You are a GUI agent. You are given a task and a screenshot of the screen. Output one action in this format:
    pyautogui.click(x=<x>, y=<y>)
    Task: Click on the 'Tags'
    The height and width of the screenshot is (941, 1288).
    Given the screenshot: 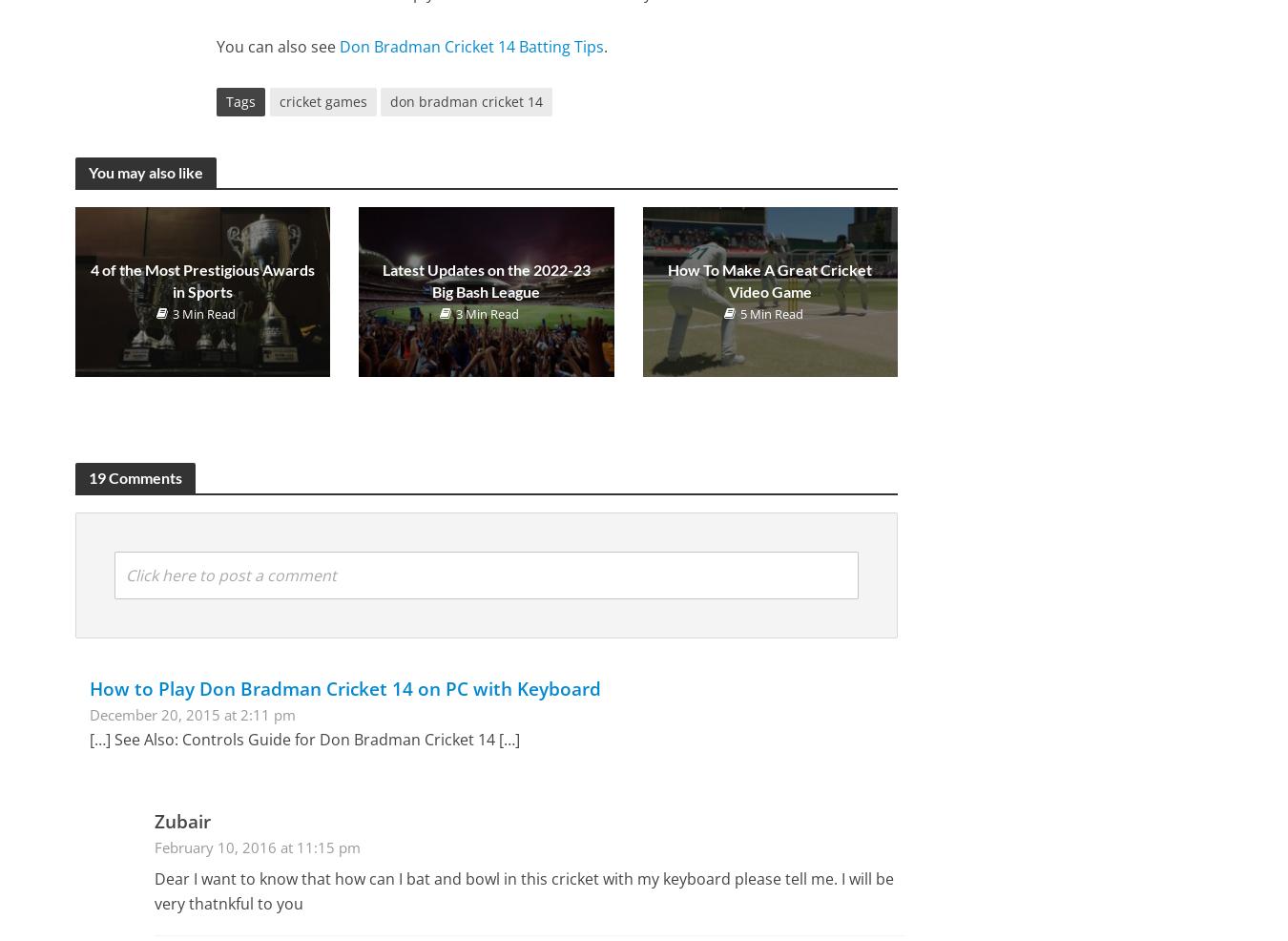 What is the action you would take?
    pyautogui.click(x=239, y=101)
    